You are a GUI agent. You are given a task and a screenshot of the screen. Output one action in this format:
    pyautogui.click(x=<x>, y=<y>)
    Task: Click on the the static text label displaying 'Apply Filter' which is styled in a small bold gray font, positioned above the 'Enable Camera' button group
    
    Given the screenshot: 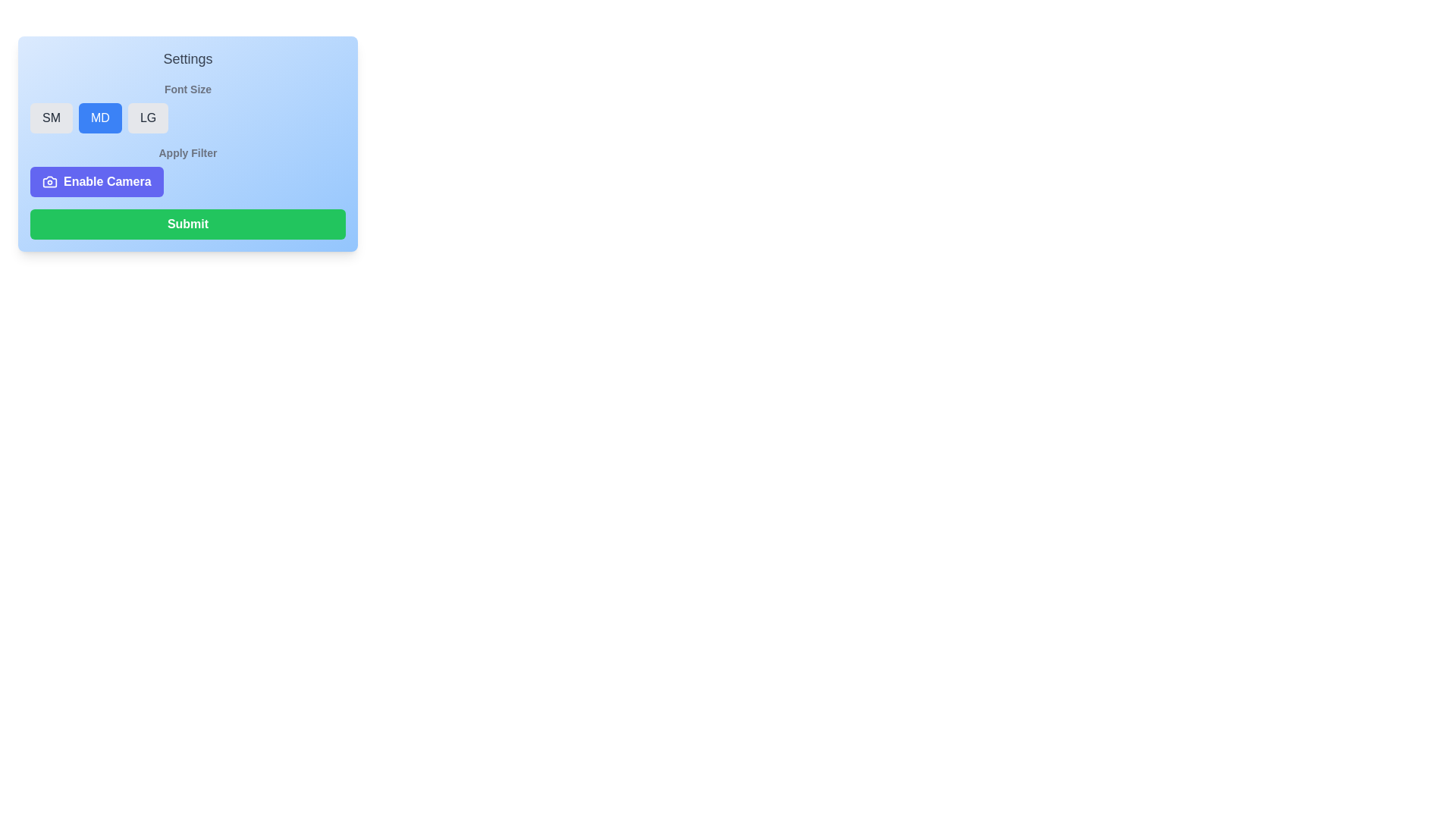 What is the action you would take?
    pyautogui.click(x=187, y=152)
    